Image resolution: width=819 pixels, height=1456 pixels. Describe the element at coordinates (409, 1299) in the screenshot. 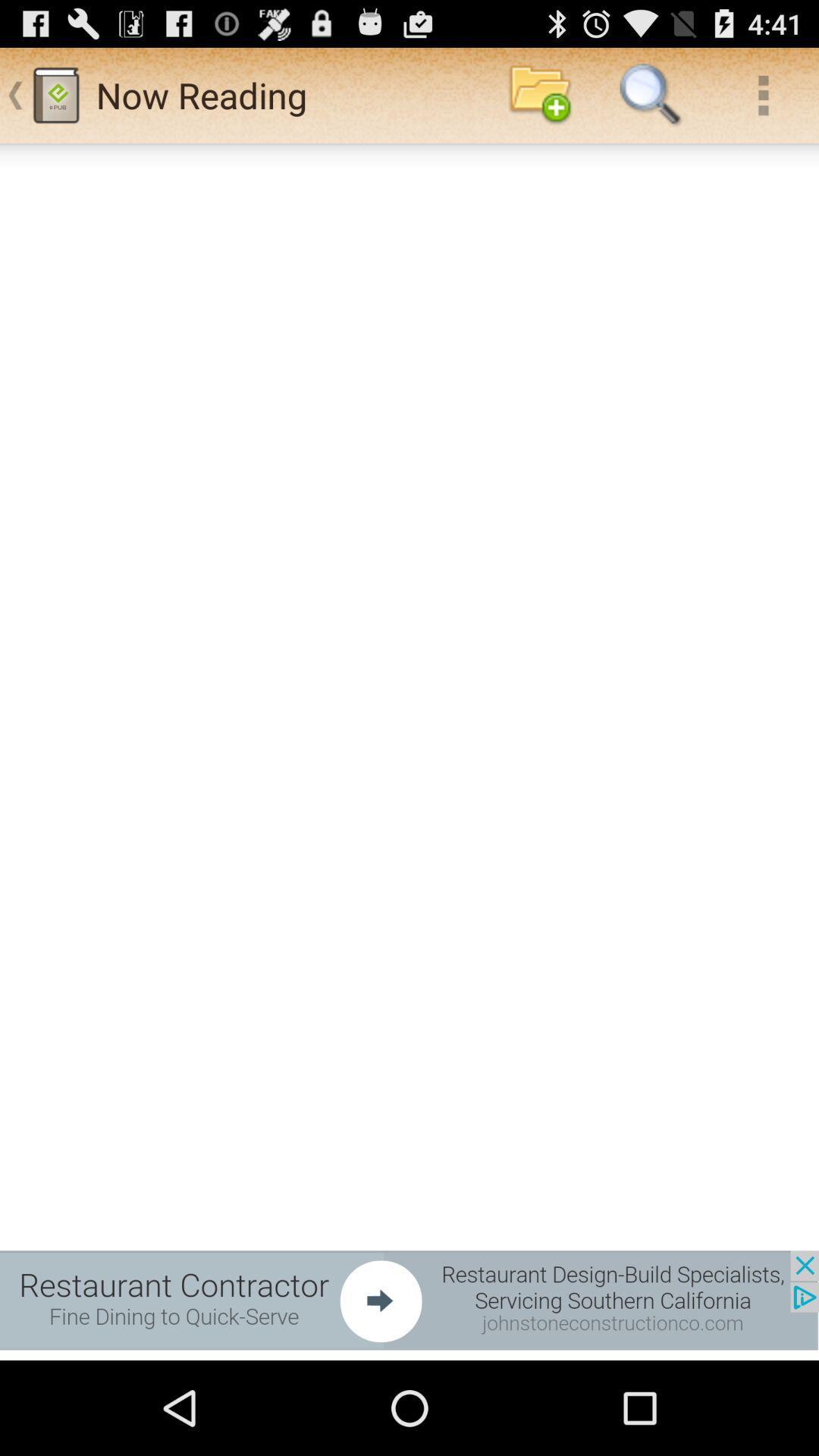

I see `click advertisement` at that location.